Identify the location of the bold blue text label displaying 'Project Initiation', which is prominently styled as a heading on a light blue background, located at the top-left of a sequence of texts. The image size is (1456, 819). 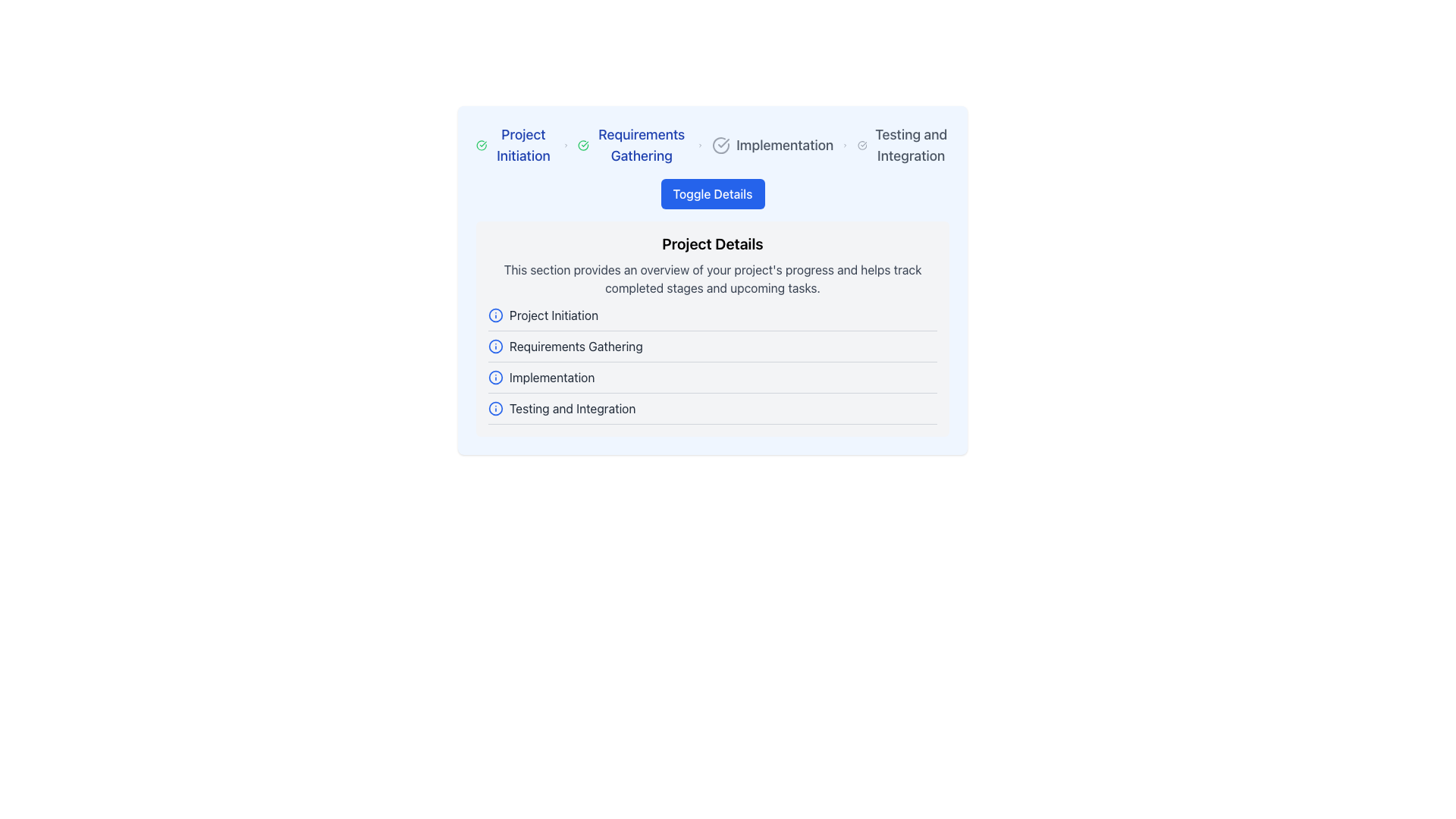
(523, 146).